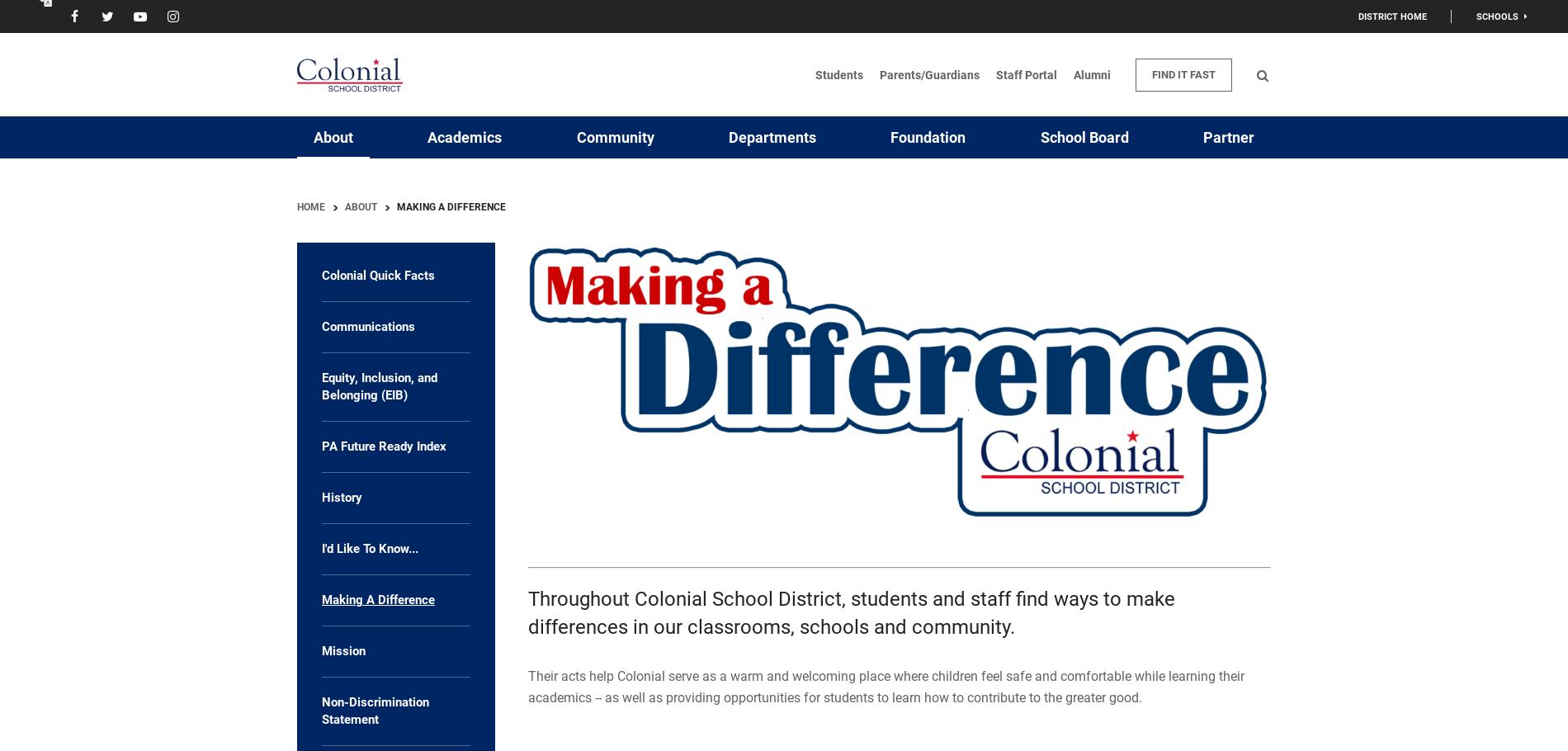  Describe the element at coordinates (375, 710) in the screenshot. I see `'Non-Discrimination Statement'` at that location.